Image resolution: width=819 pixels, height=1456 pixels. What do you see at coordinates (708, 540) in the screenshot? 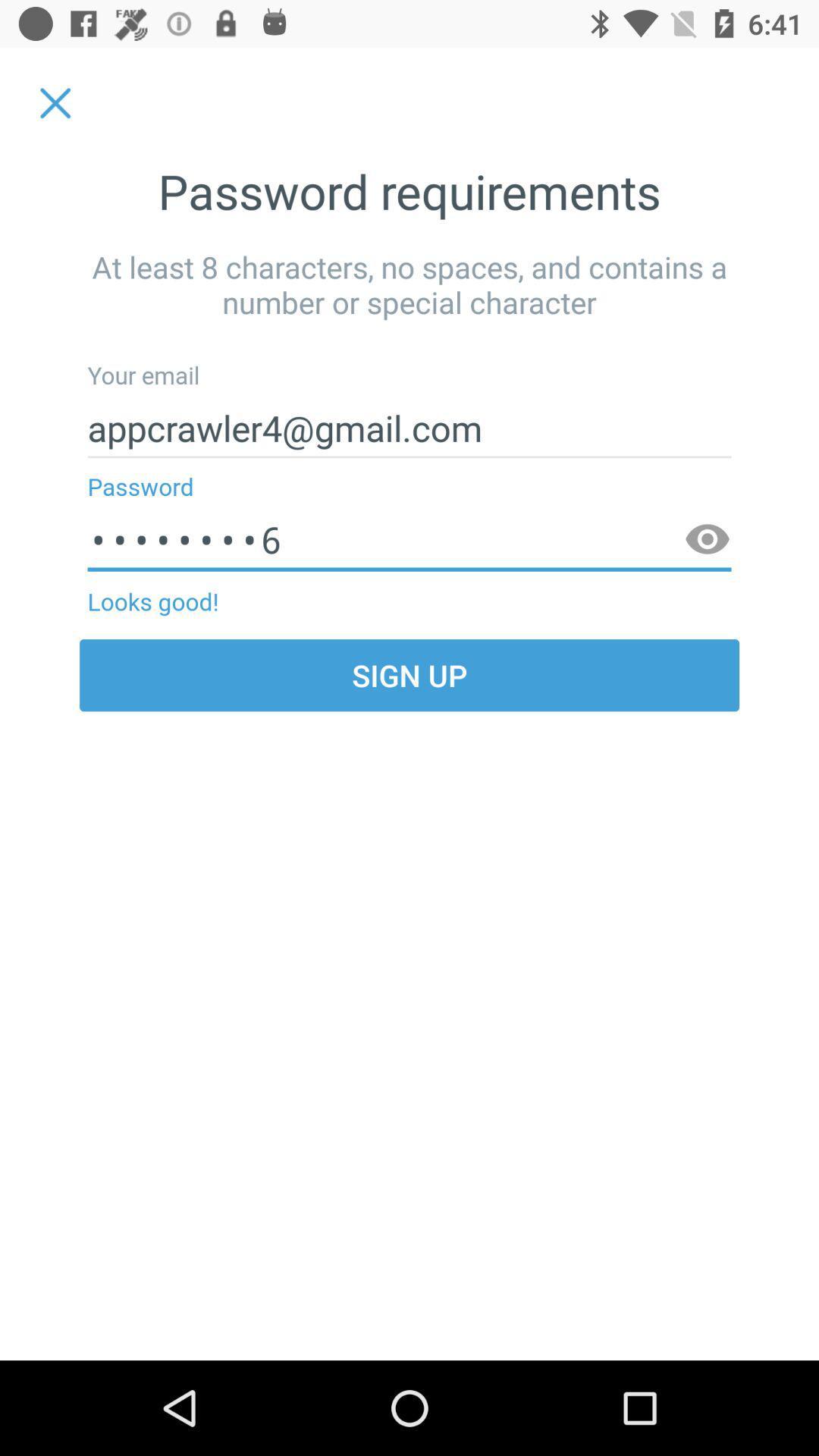
I see `the visibility icon` at bounding box center [708, 540].